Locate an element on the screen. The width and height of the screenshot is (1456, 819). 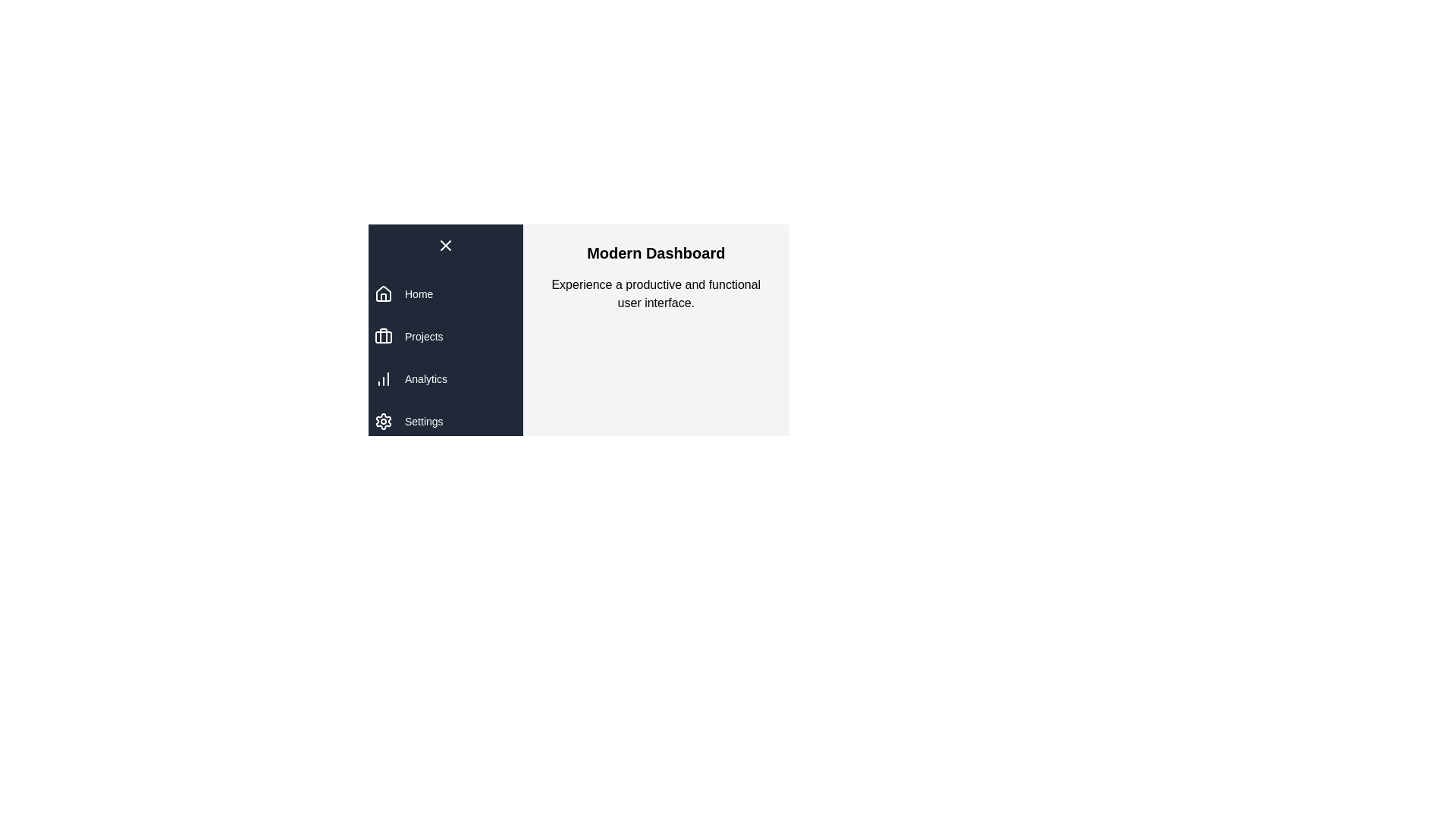
the navigation item Settings to observe its hover effect is located at coordinates (444, 421).